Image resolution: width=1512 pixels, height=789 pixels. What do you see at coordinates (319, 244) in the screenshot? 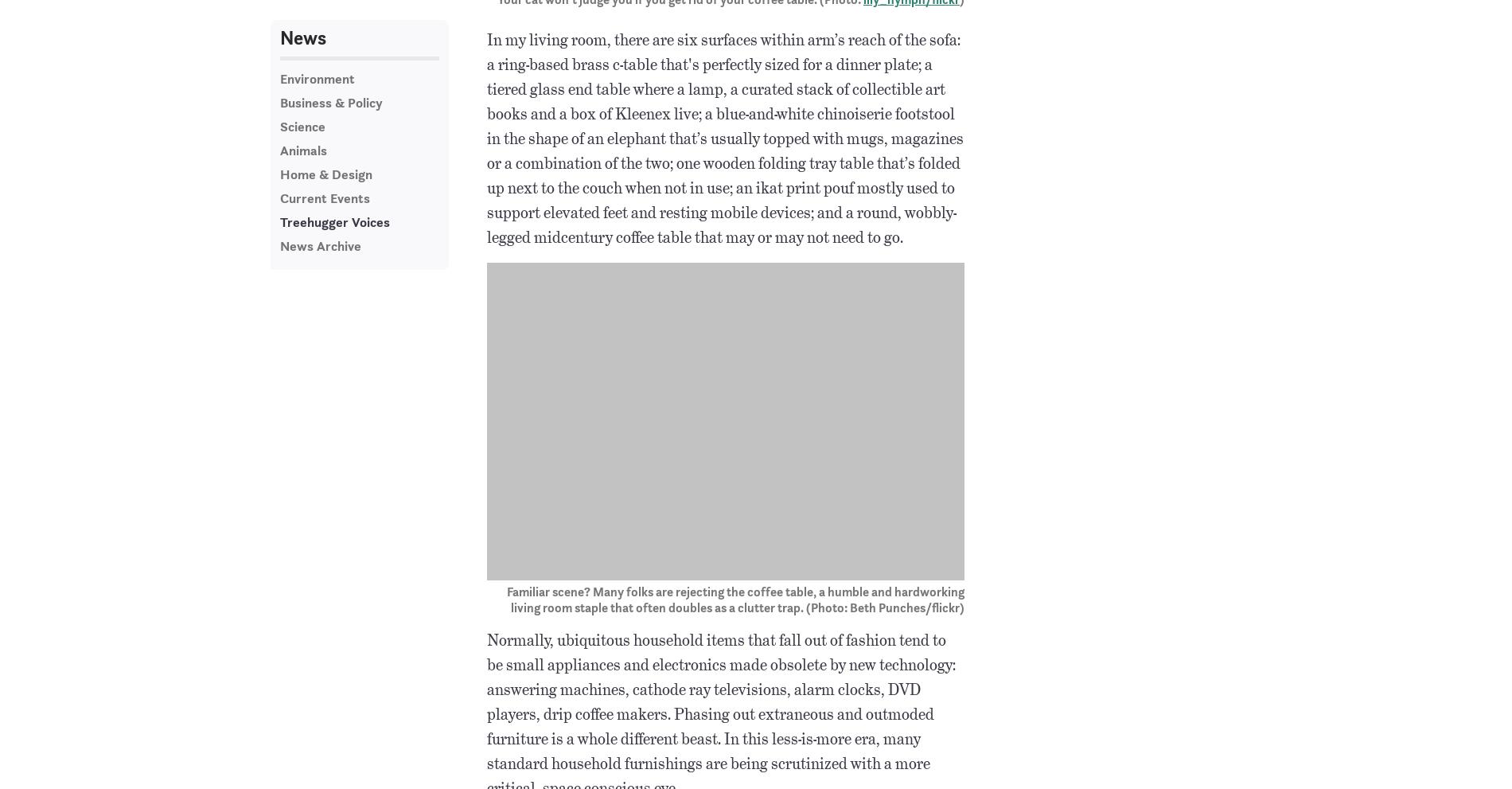
I see `'News Archive'` at bounding box center [319, 244].